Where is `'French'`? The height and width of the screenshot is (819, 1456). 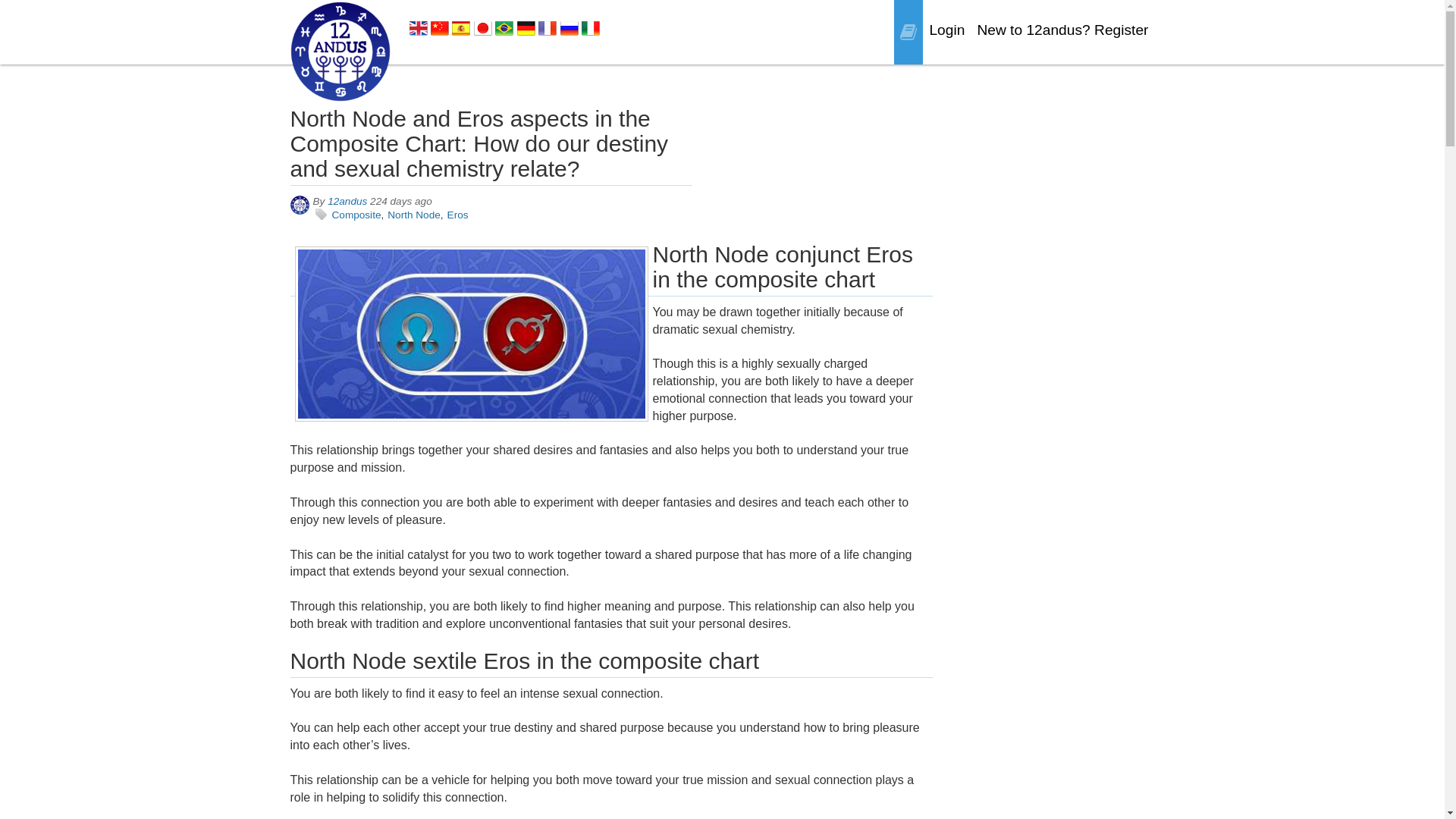
'French' is located at coordinates (546, 27).